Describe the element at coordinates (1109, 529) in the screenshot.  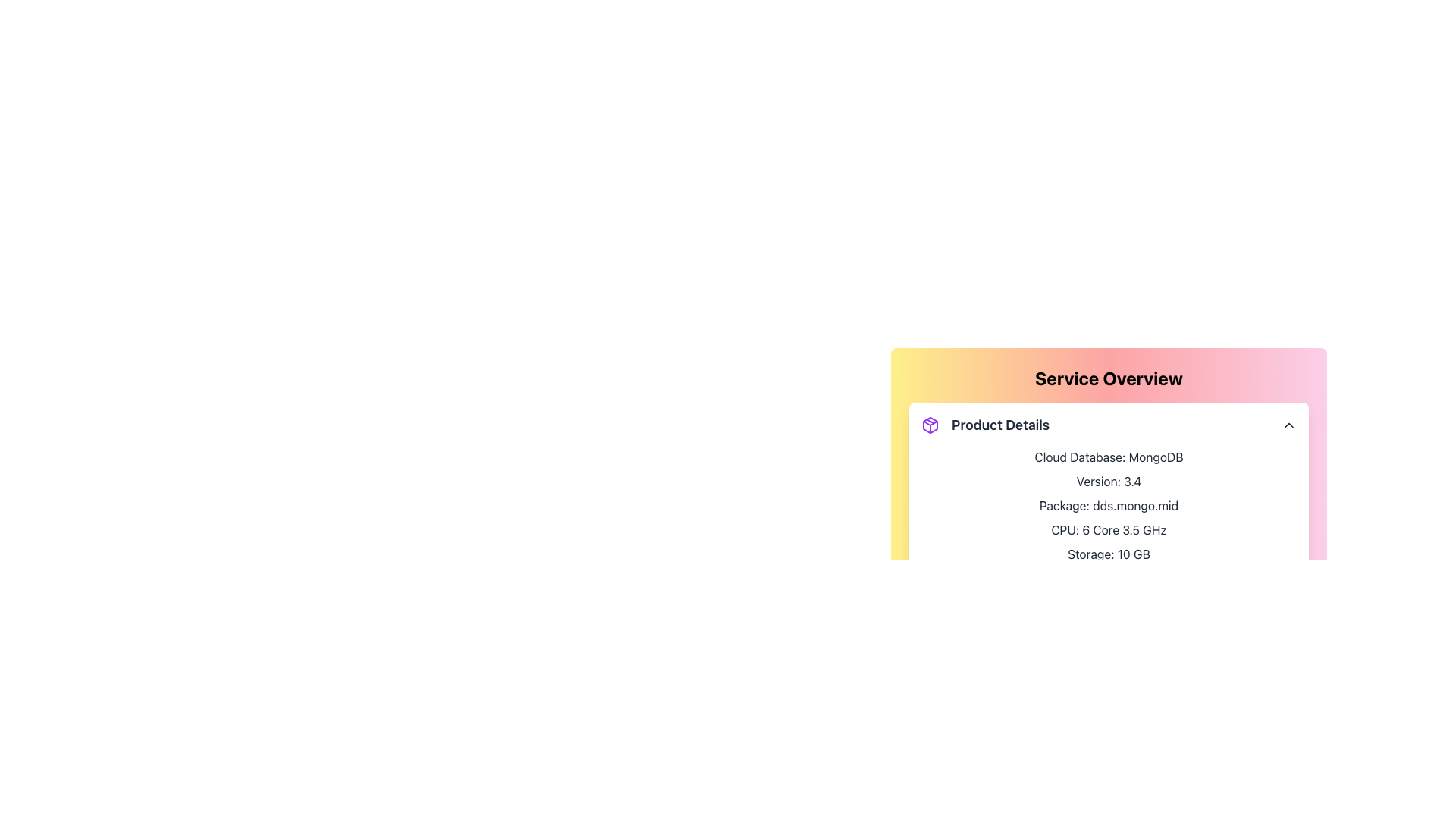
I see `CPU details displayed as 'CPU: 6 Core 3.5 GHz' in the Product Details section under the Service Overview heading` at that location.